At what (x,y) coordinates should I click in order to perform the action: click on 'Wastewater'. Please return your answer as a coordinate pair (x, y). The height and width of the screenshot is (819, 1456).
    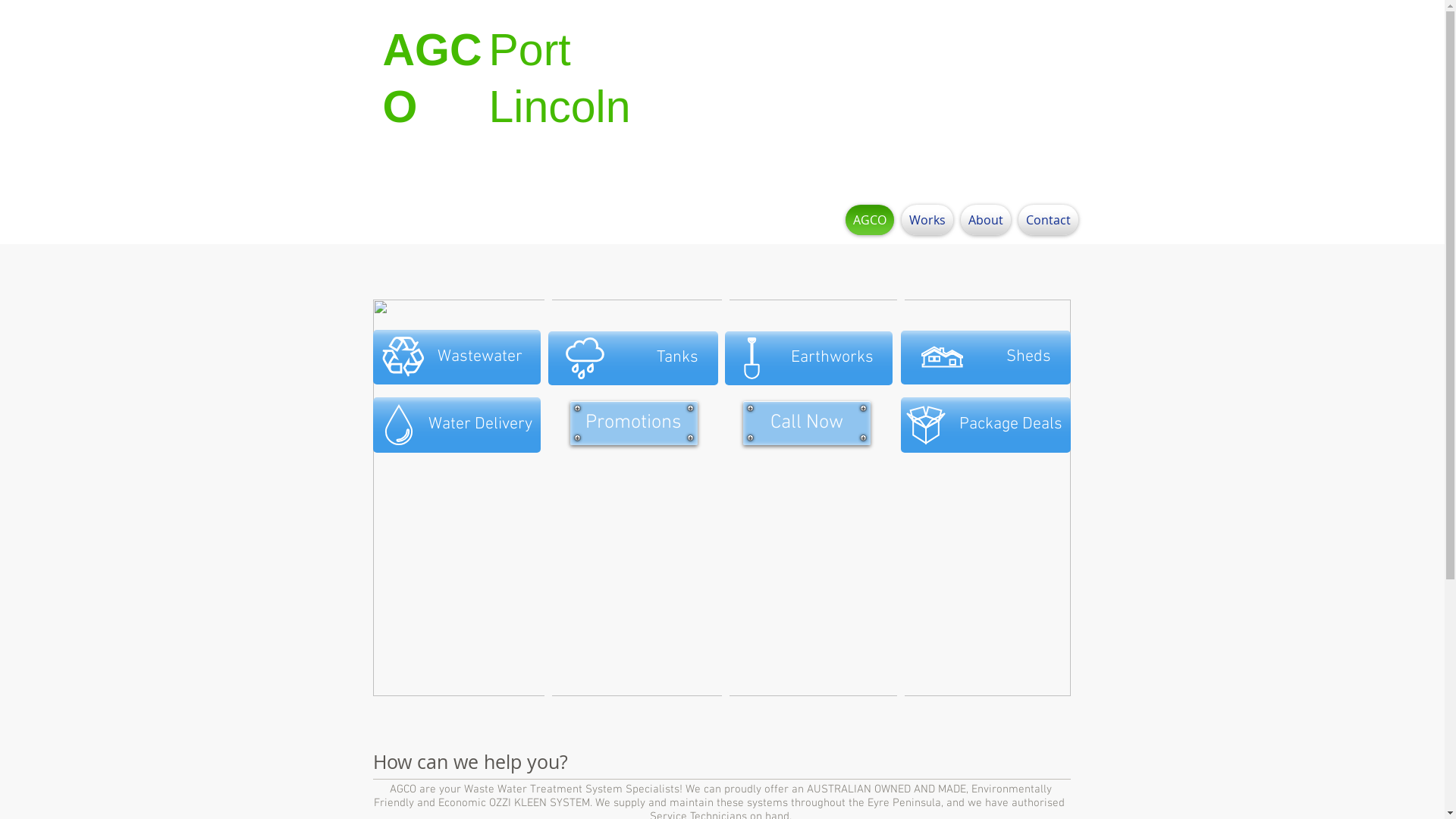
    Looking at the image, I should click on (456, 356).